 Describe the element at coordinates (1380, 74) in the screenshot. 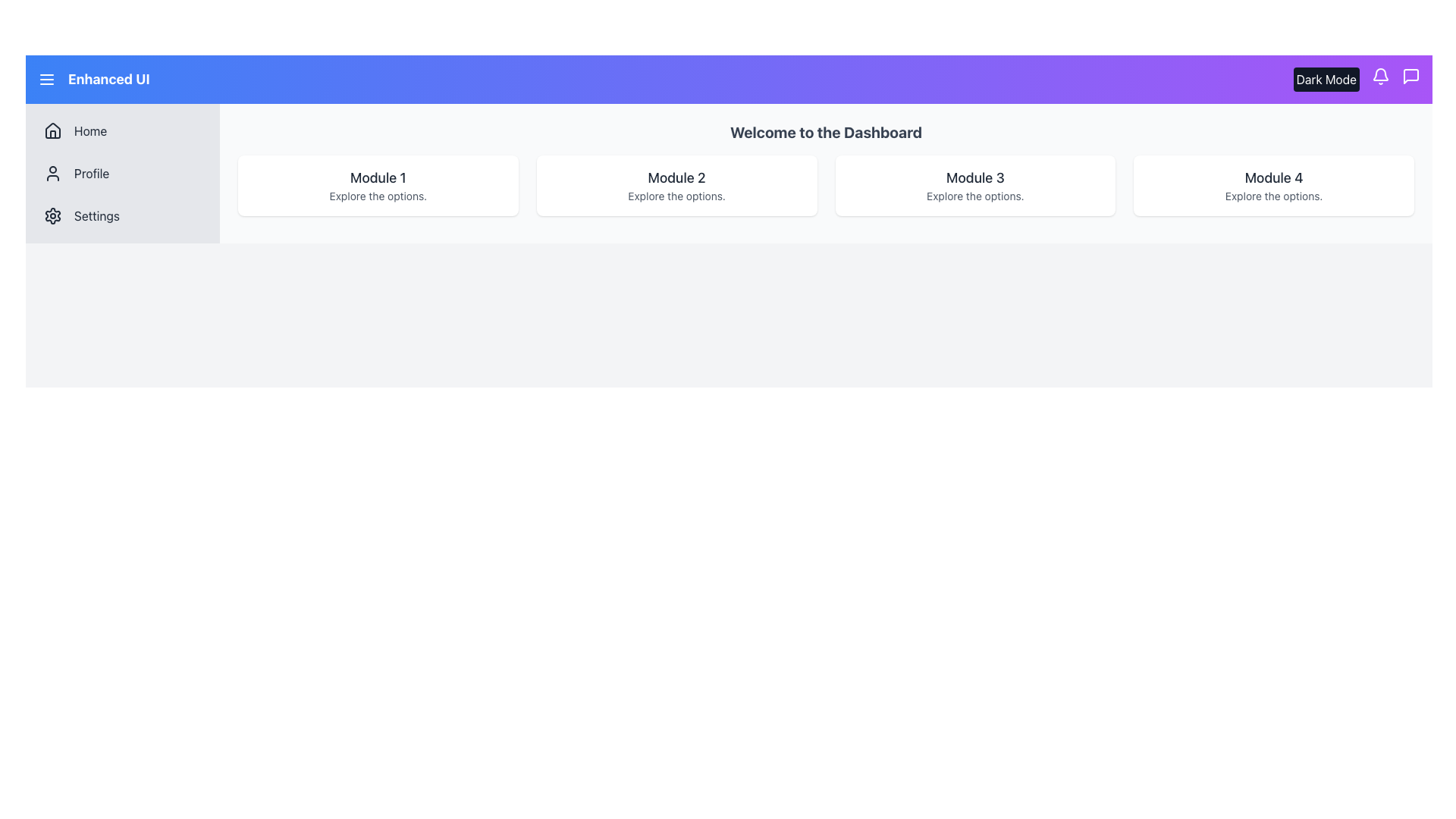

I see `the bell icon located in the notification section, positioned near the top-right corner of the interface between the 'Dark Mode' toggle and a chat bubble icon` at that location.